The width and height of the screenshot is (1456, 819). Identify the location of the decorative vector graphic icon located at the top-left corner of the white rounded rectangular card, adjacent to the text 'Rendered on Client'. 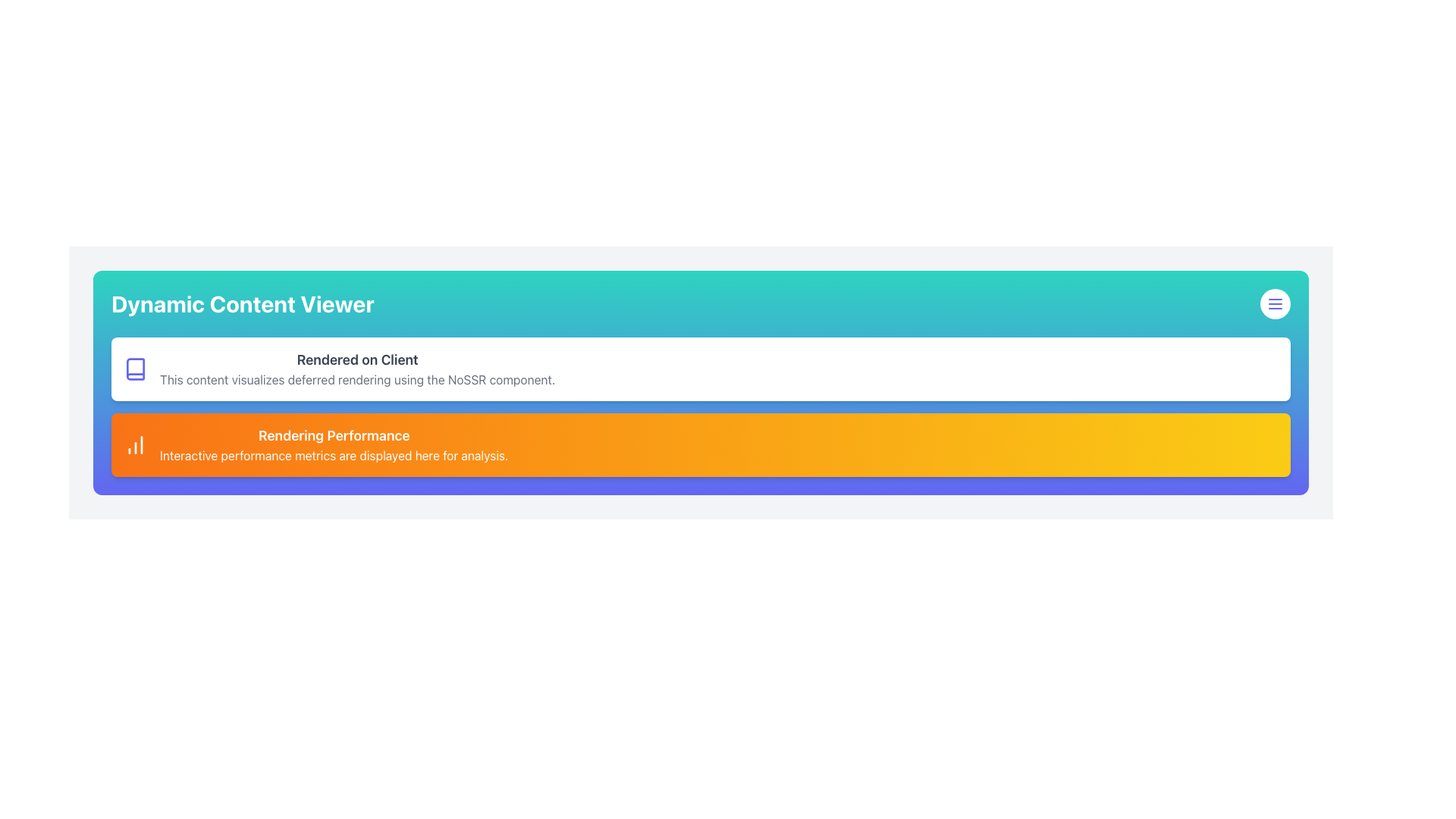
(135, 369).